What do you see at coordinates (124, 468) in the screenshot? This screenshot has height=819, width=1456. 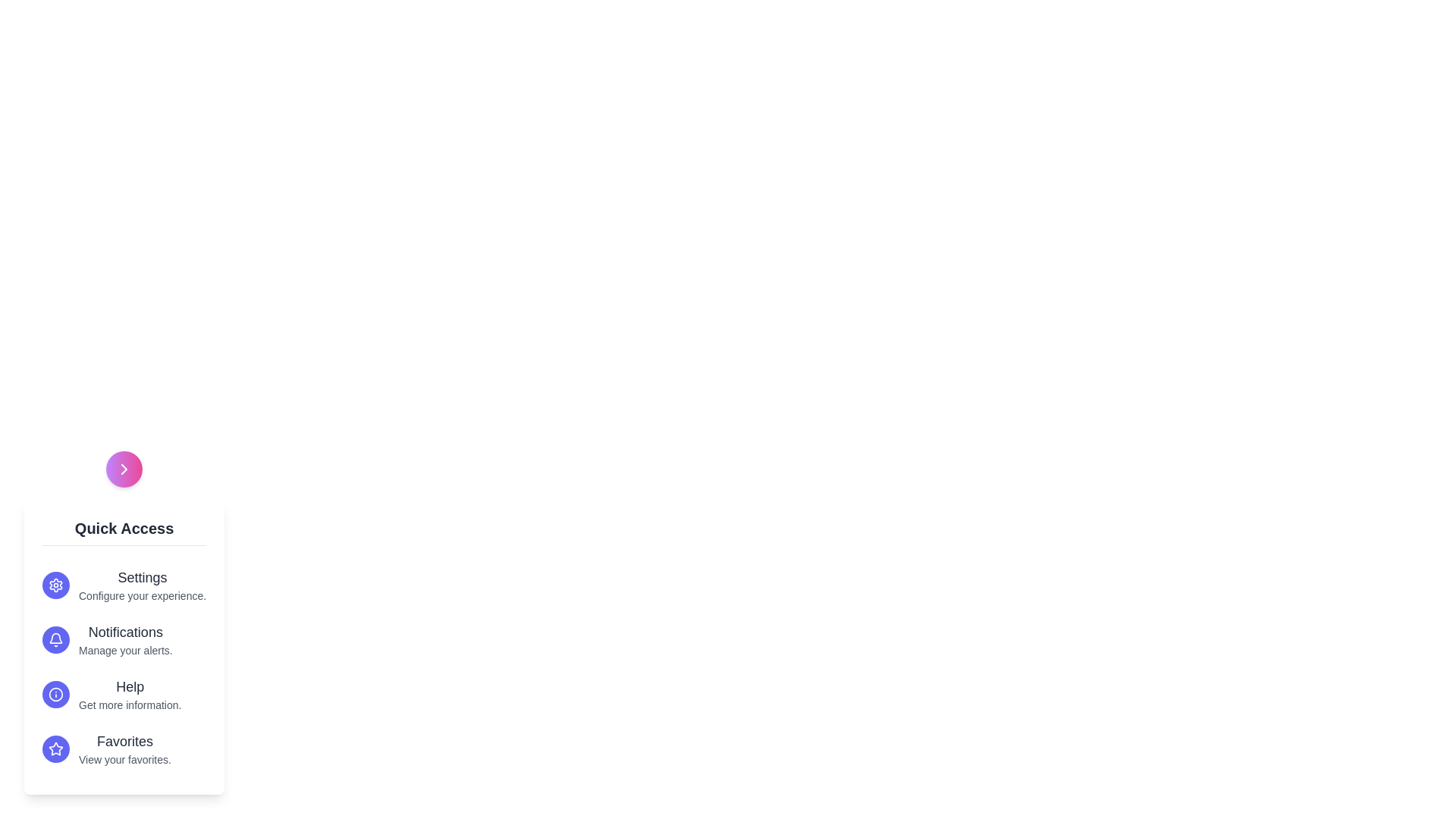 I see `the main pink button to toggle the menu visibility` at bounding box center [124, 468].